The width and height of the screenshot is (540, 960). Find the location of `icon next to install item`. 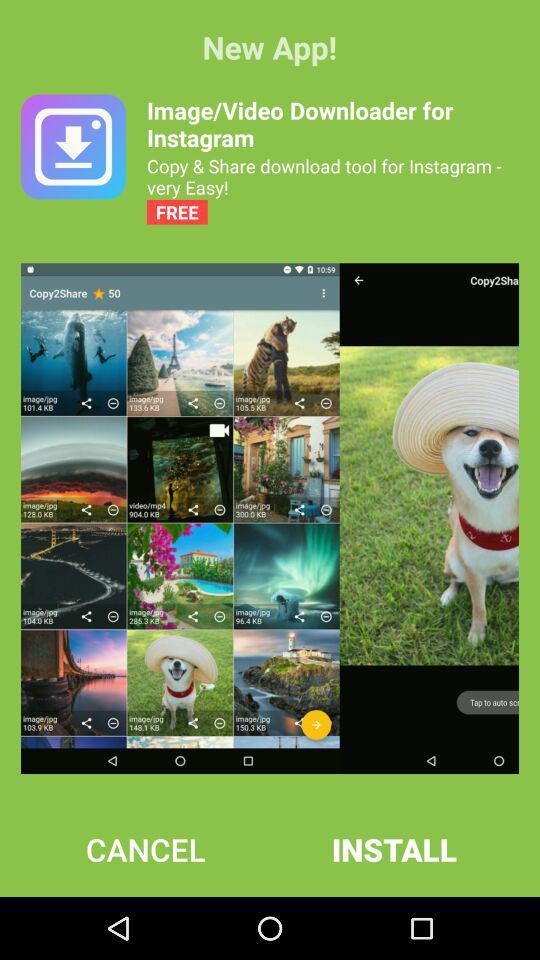

icon next to install item is located at coordinates (144, 848).